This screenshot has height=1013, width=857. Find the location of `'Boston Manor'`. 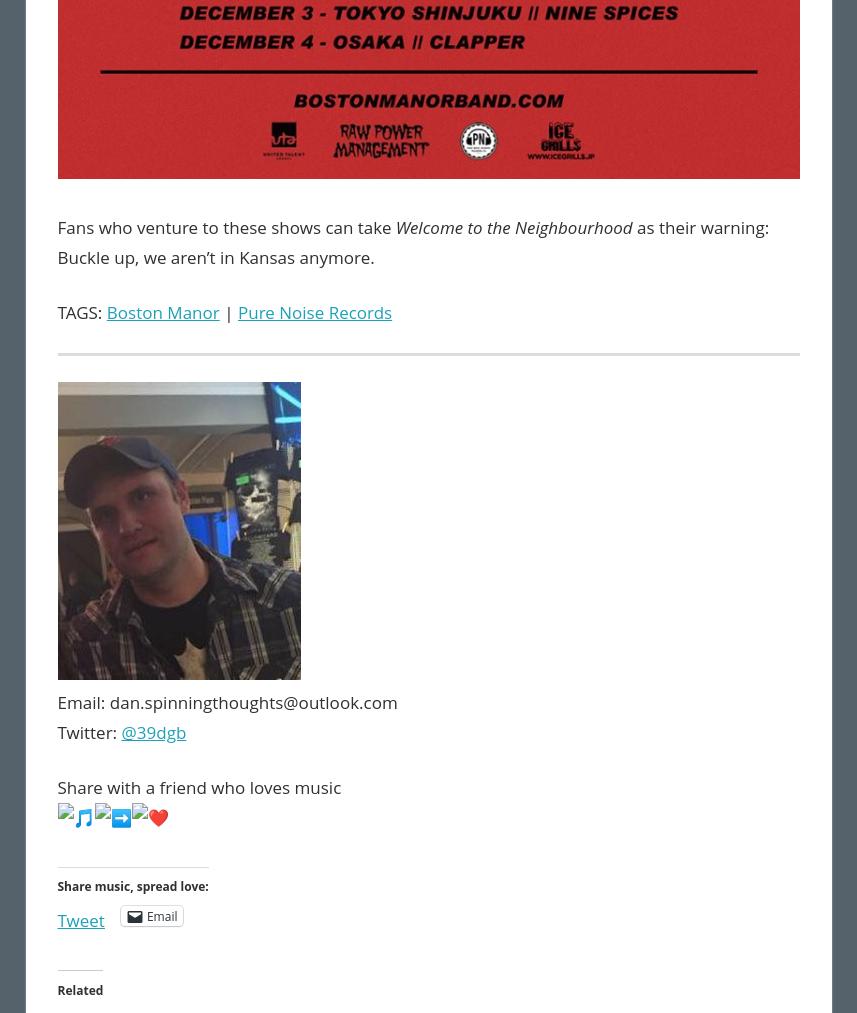

'Boston Manor' is located at coordinates (162, 311).